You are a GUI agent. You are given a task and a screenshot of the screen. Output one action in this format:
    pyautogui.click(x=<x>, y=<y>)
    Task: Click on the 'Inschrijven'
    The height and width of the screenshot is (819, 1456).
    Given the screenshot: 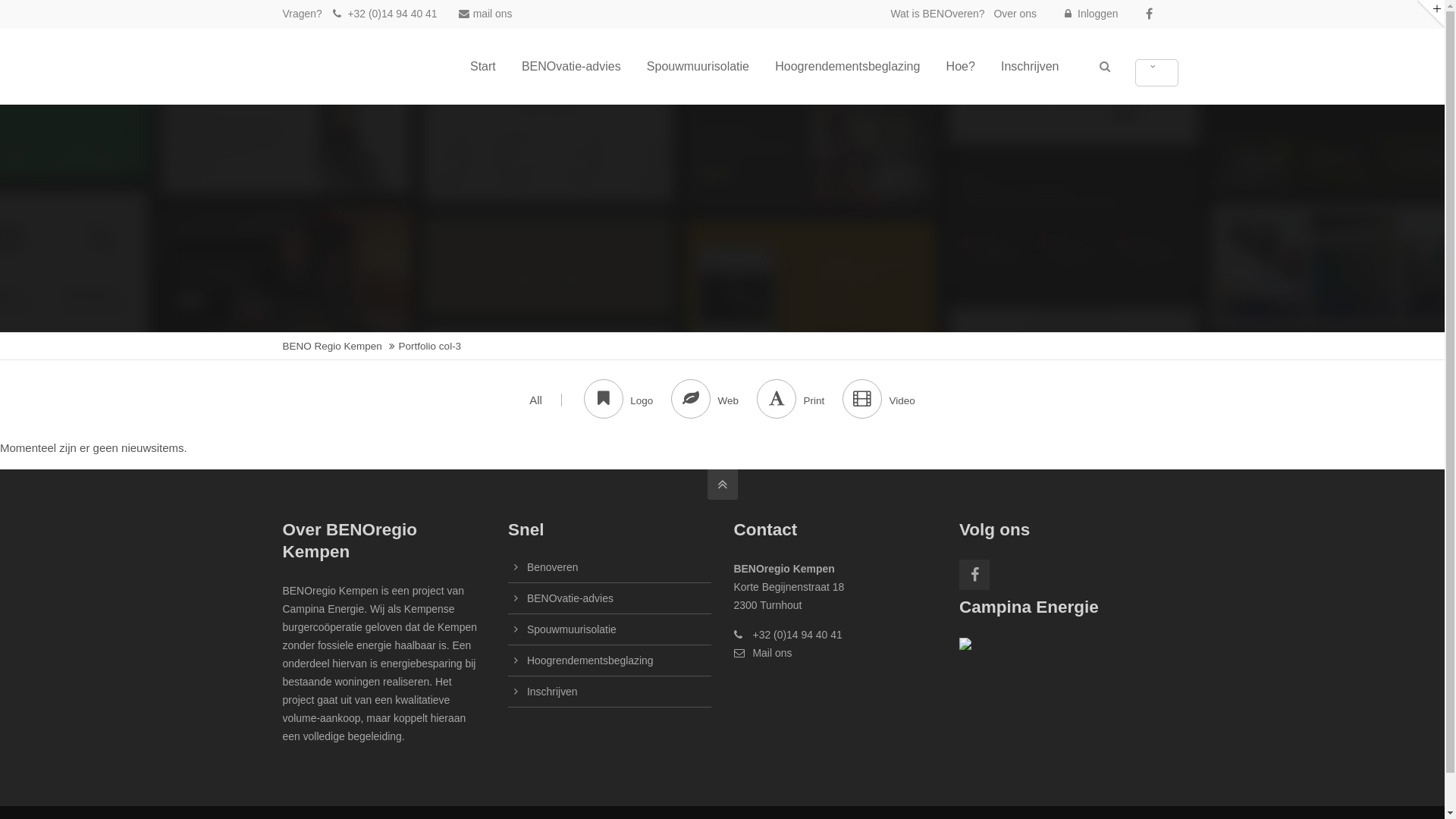 What is the action you would take?
    pyautogui.click(x=1030, y=66)
    